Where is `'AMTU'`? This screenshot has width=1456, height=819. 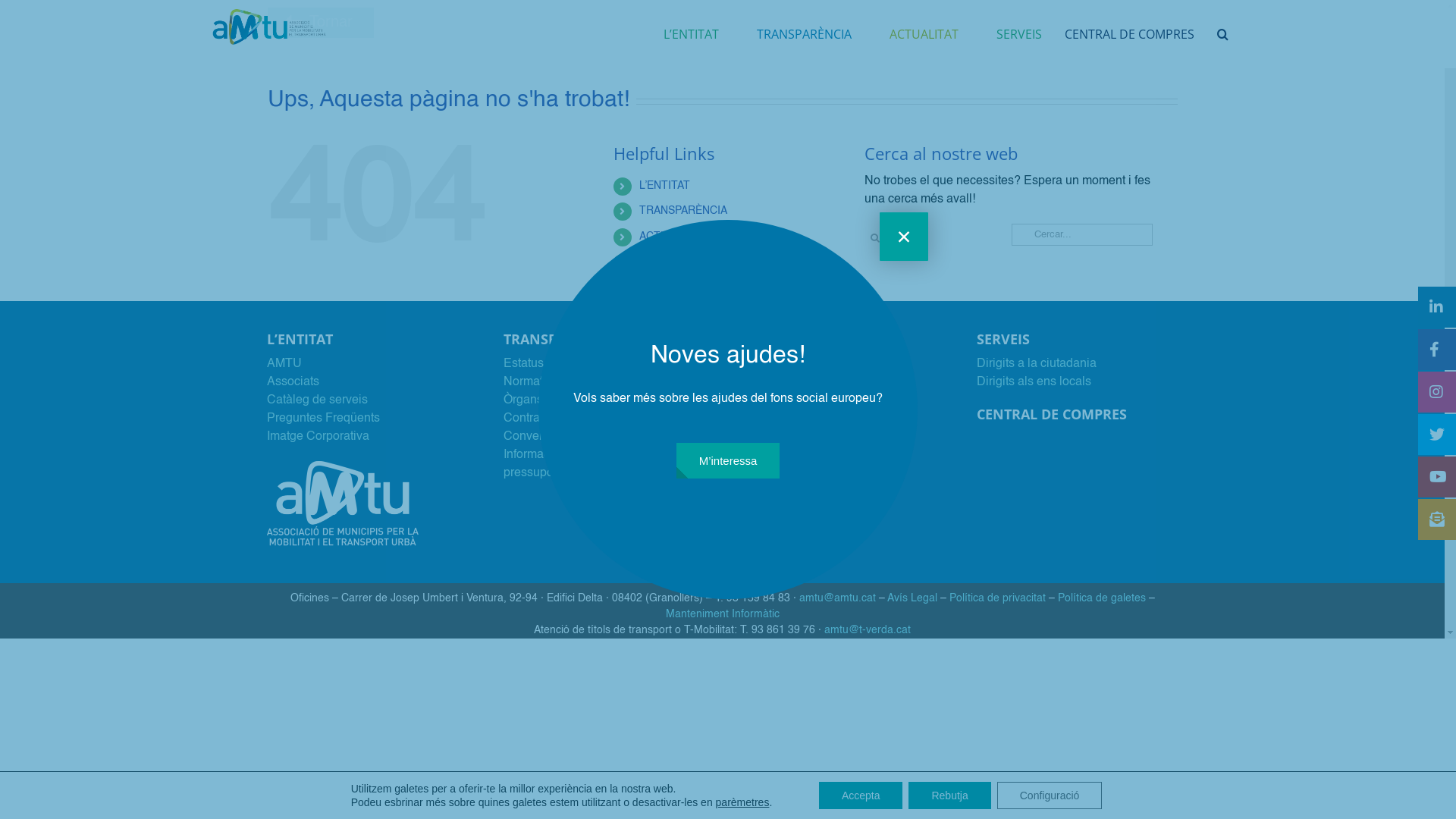 'AMTU' is located at coordinates (284, 363).